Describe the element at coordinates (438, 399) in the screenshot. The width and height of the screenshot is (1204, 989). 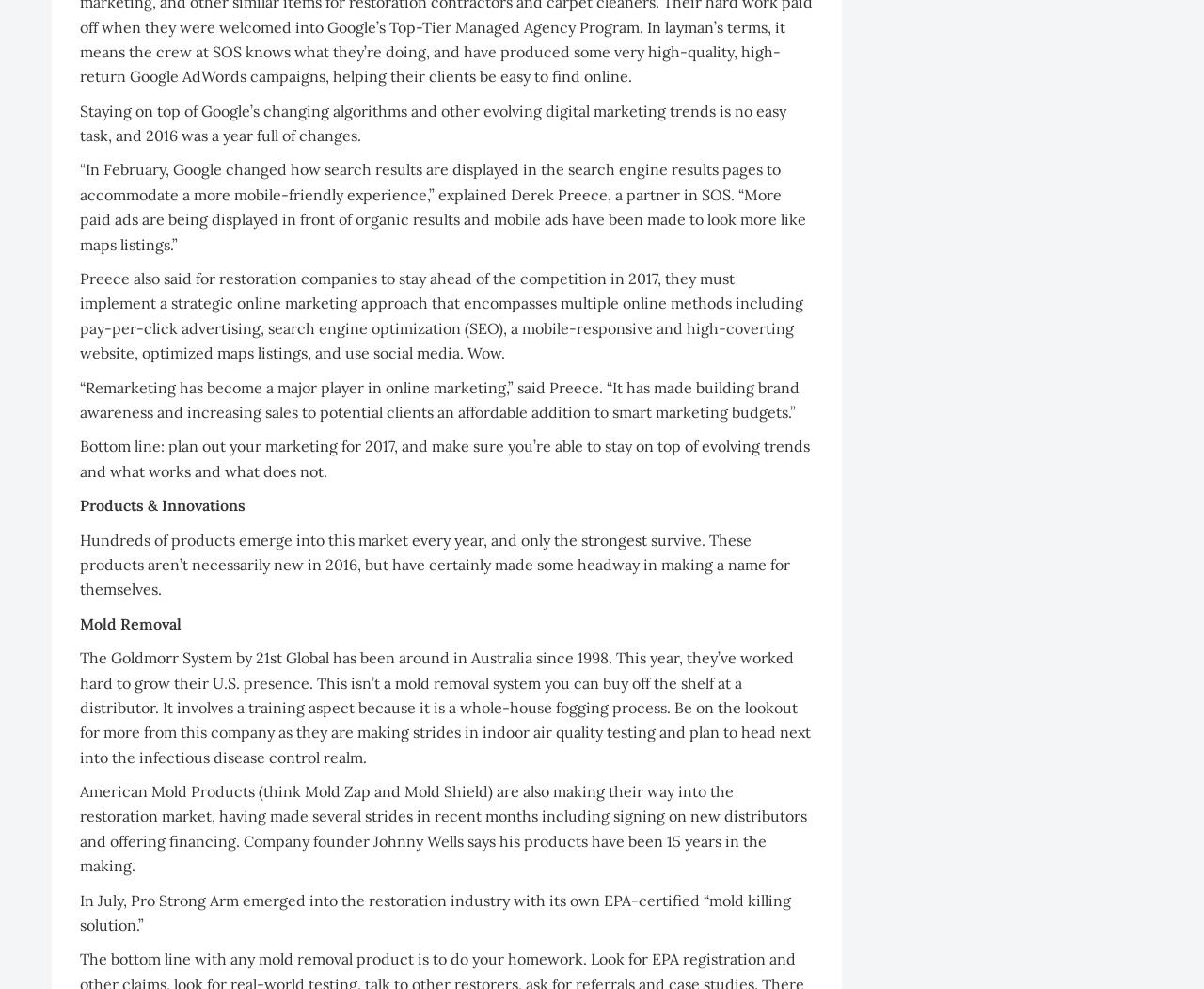
I see `'“Remarketing has become a major player in online marketing,” said Preece. “It has made building brand awareness and increasing sales to potential clients an affordable addition to smart marketing budgets.”'` at that location.